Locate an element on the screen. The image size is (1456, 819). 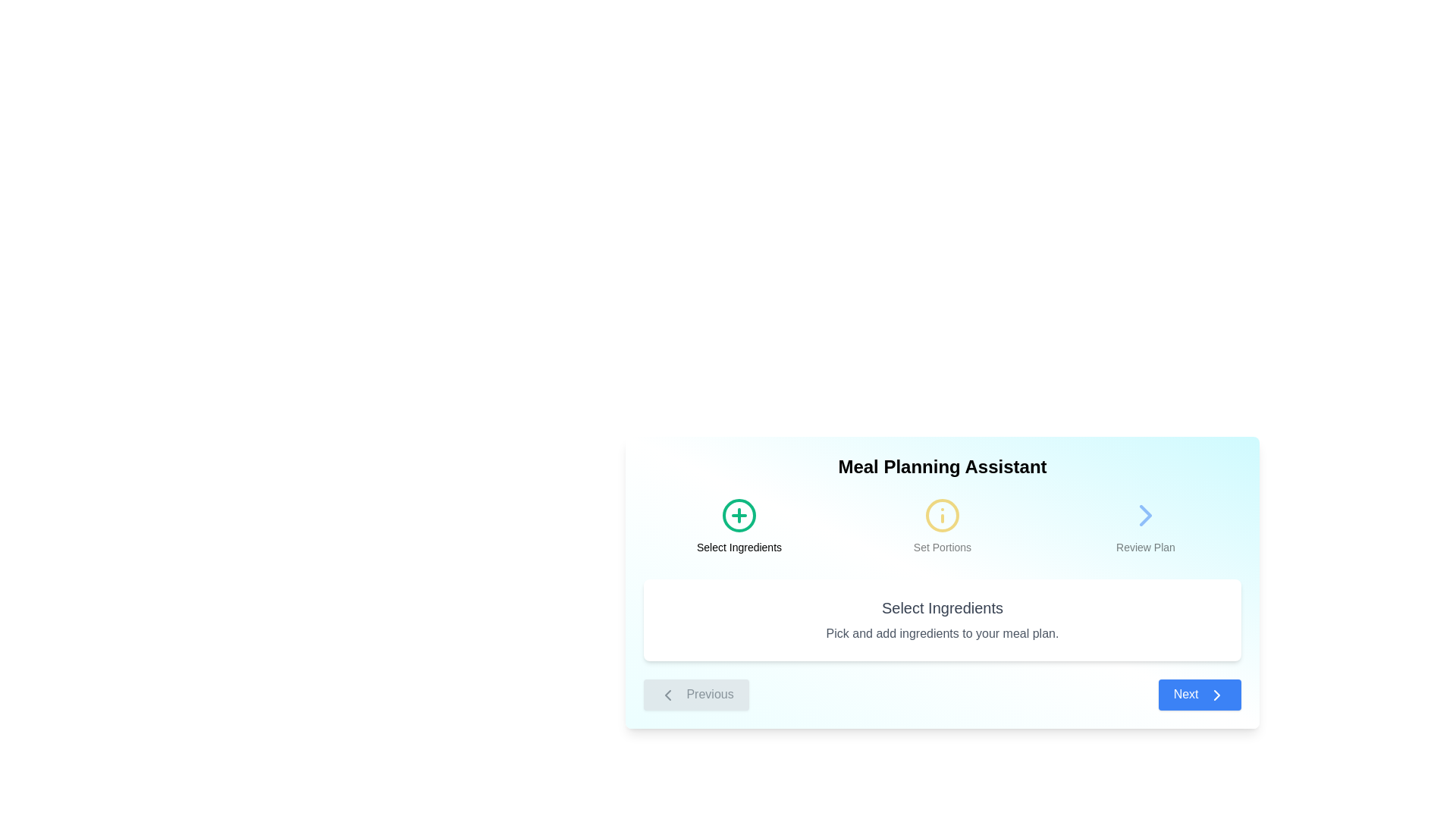
the circular icon with an information symbol and the text label 'Set Portions' is located at coordinates (942, 526).